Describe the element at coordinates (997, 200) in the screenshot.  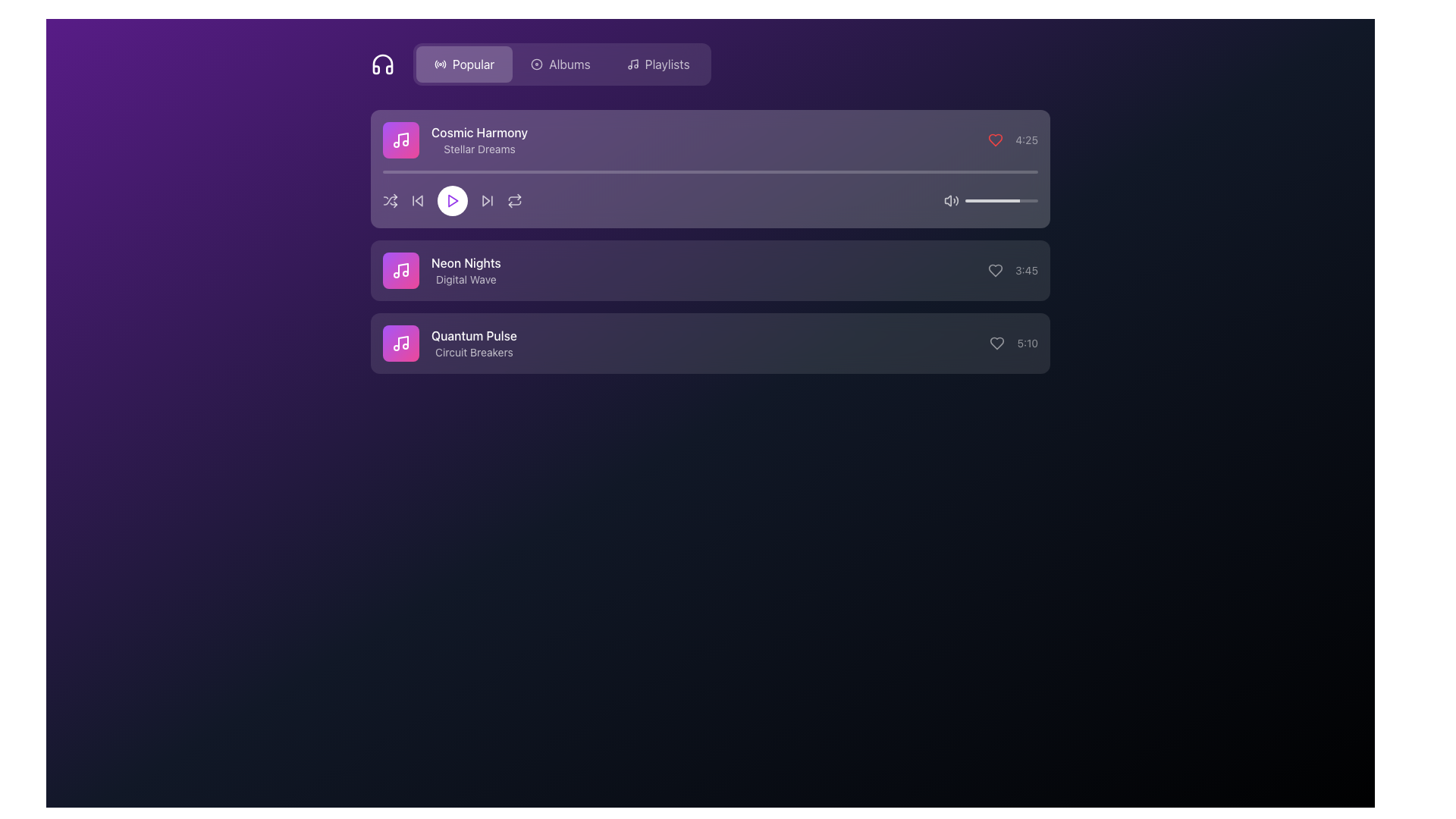
I see `volume` at that location.